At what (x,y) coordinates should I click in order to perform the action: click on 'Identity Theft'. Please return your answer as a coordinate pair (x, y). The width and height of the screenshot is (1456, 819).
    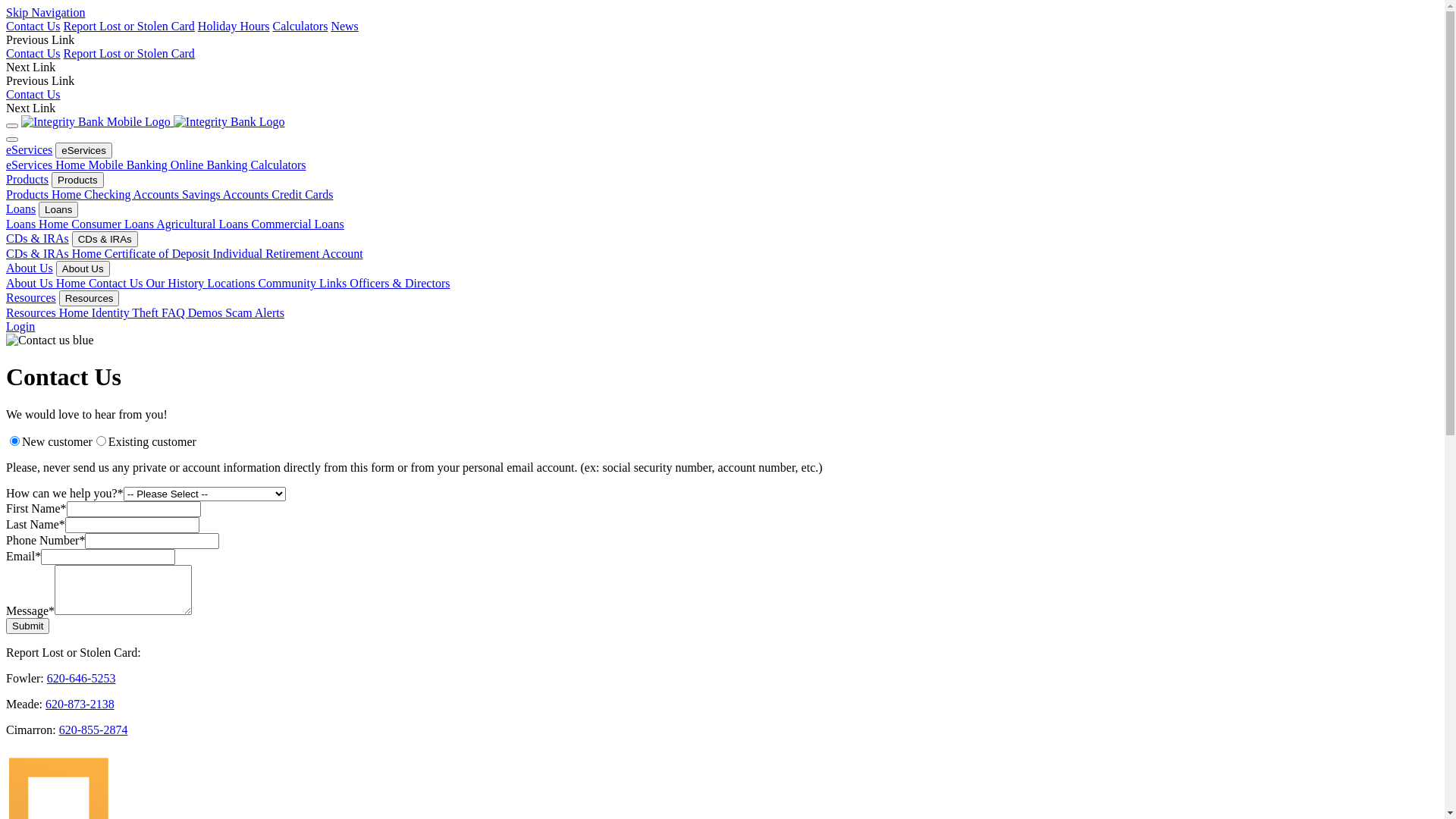
    Looking at the image, I should click on (127, 312).